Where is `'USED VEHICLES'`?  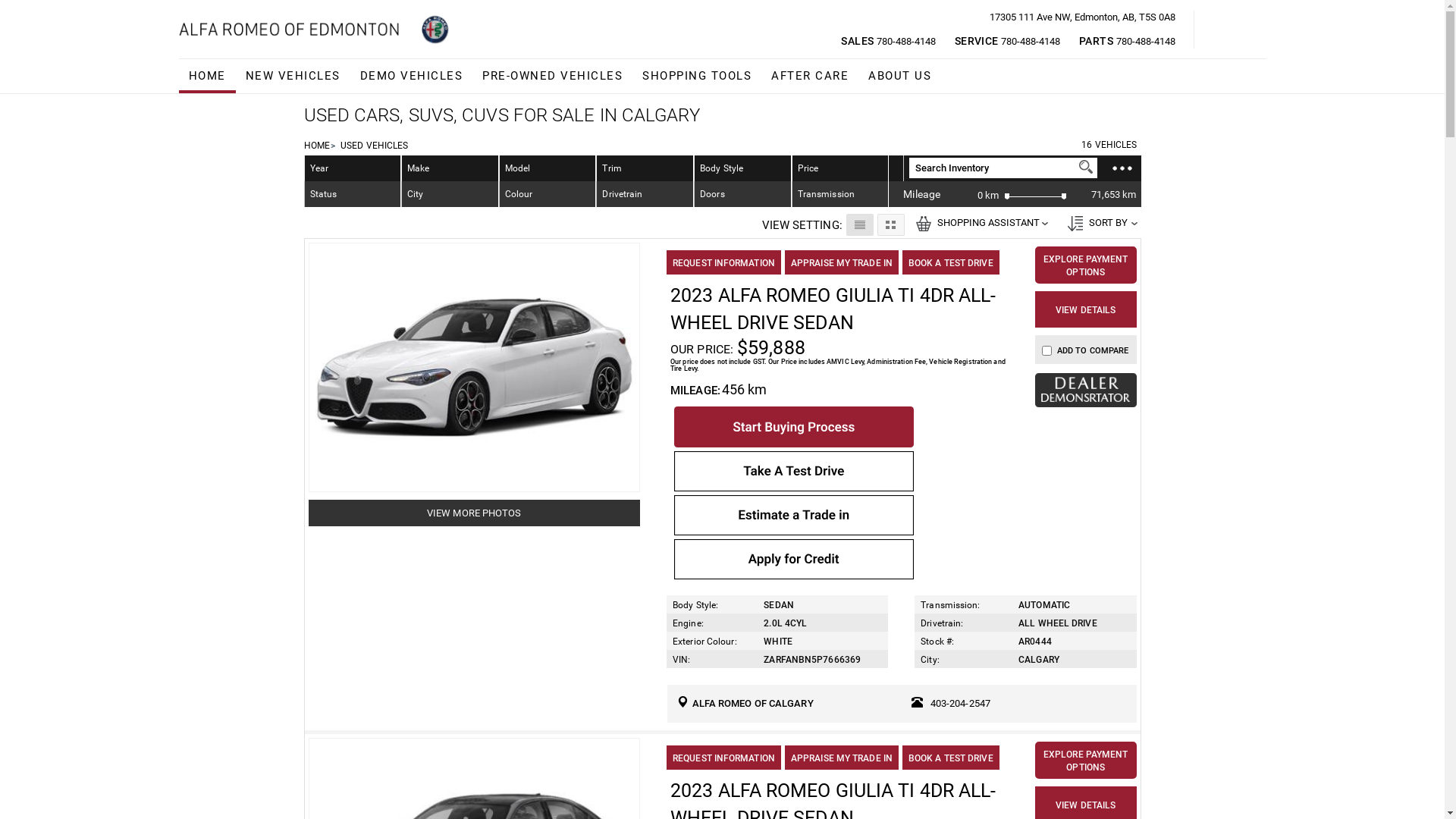
'USED VEHICLES' is located at coordinates (374, 146).